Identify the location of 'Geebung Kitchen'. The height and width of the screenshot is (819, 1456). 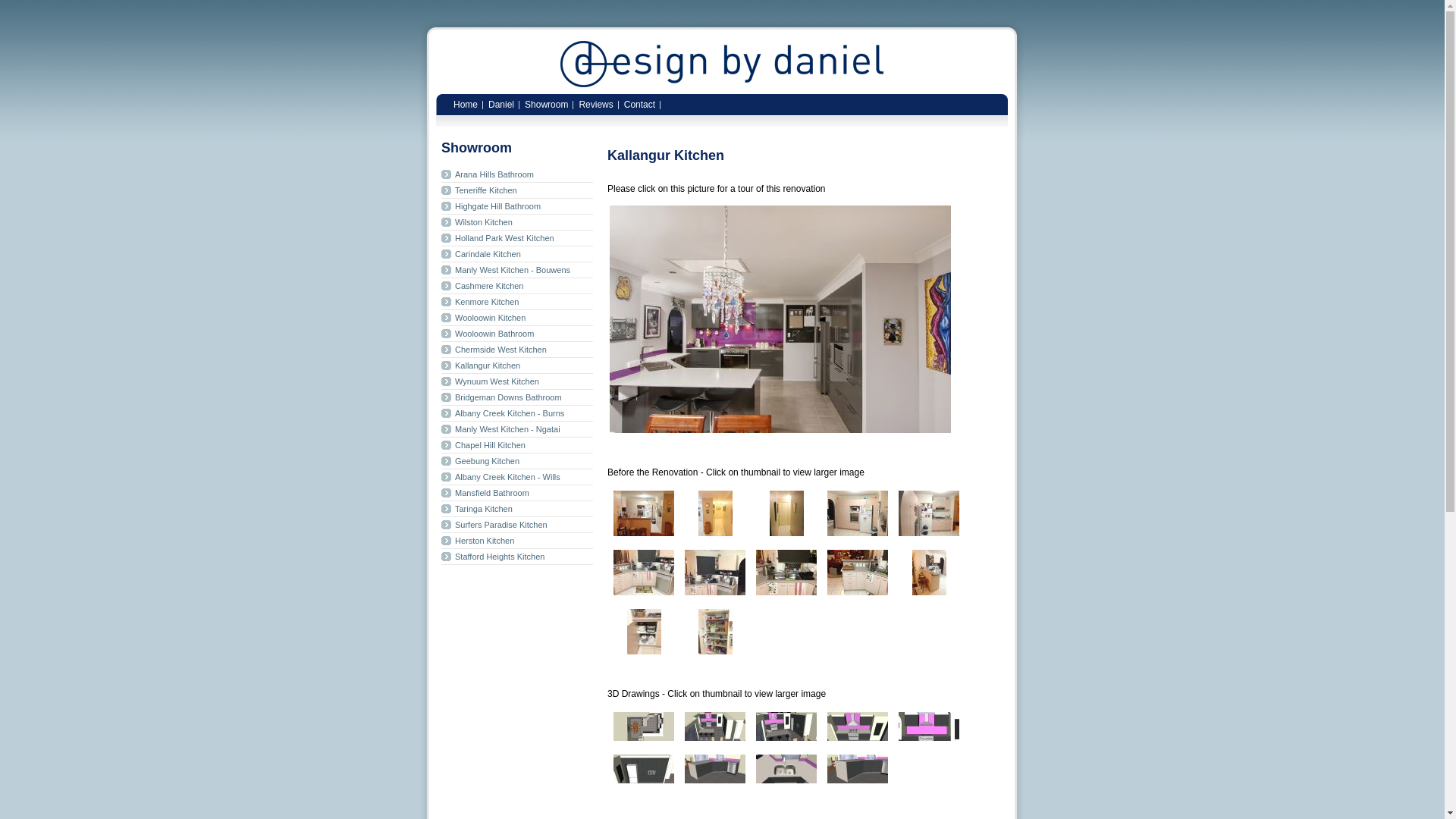
(516, 460).